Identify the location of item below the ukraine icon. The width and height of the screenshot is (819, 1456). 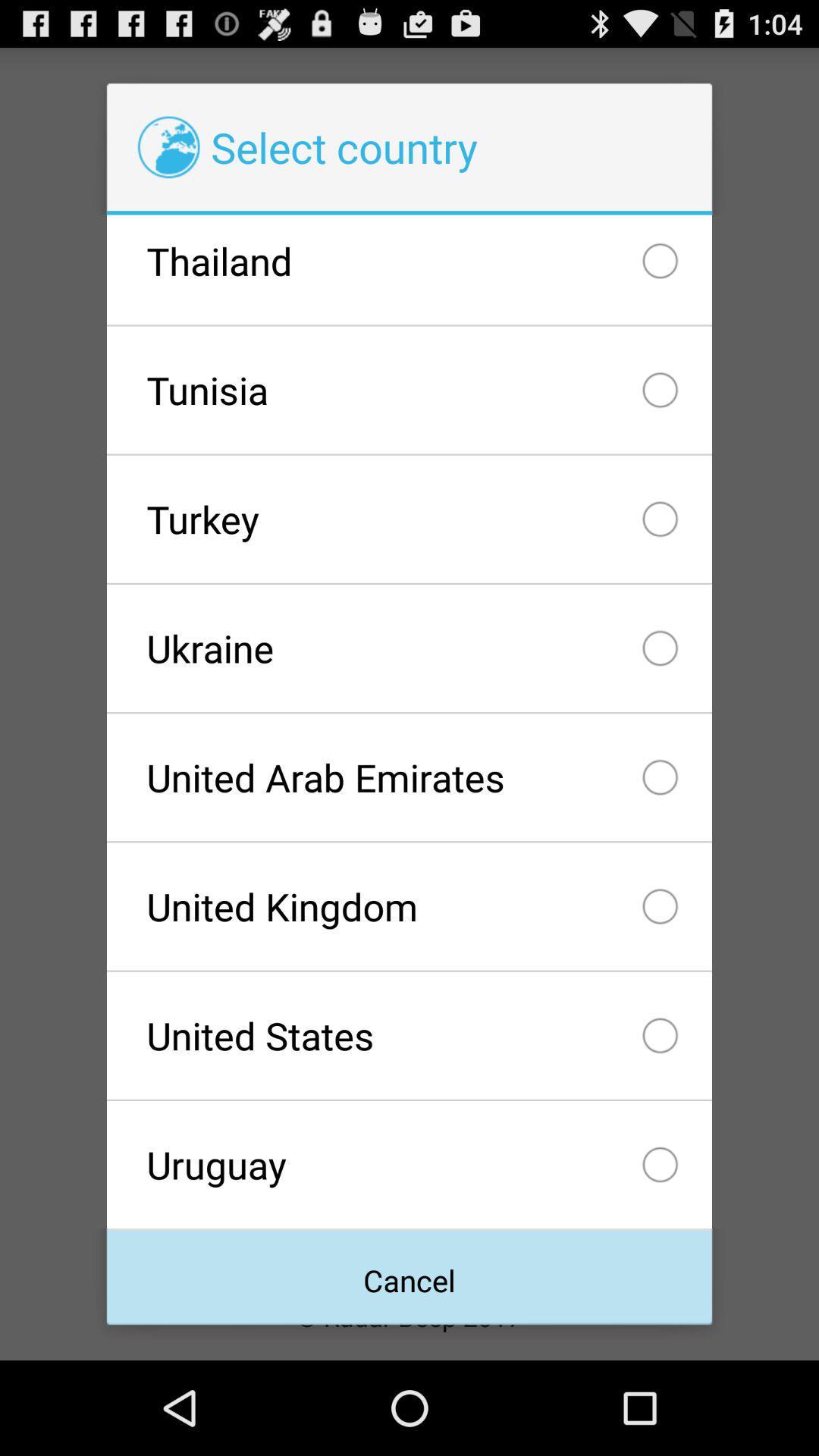
(409, 777).